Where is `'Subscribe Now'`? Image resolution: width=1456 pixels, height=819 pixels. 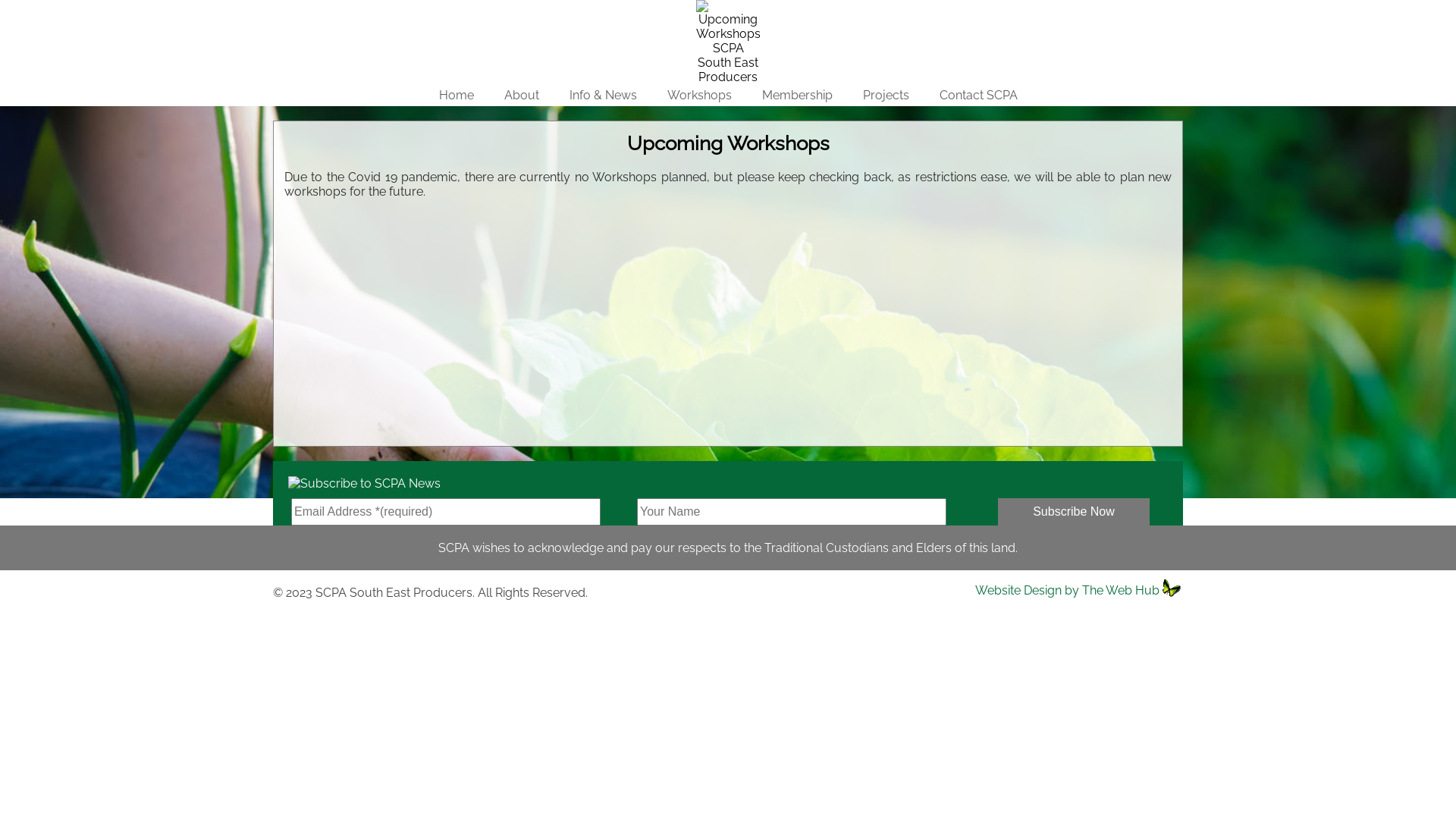 'Subscribe Now' is located at coordinates (1073, 512).